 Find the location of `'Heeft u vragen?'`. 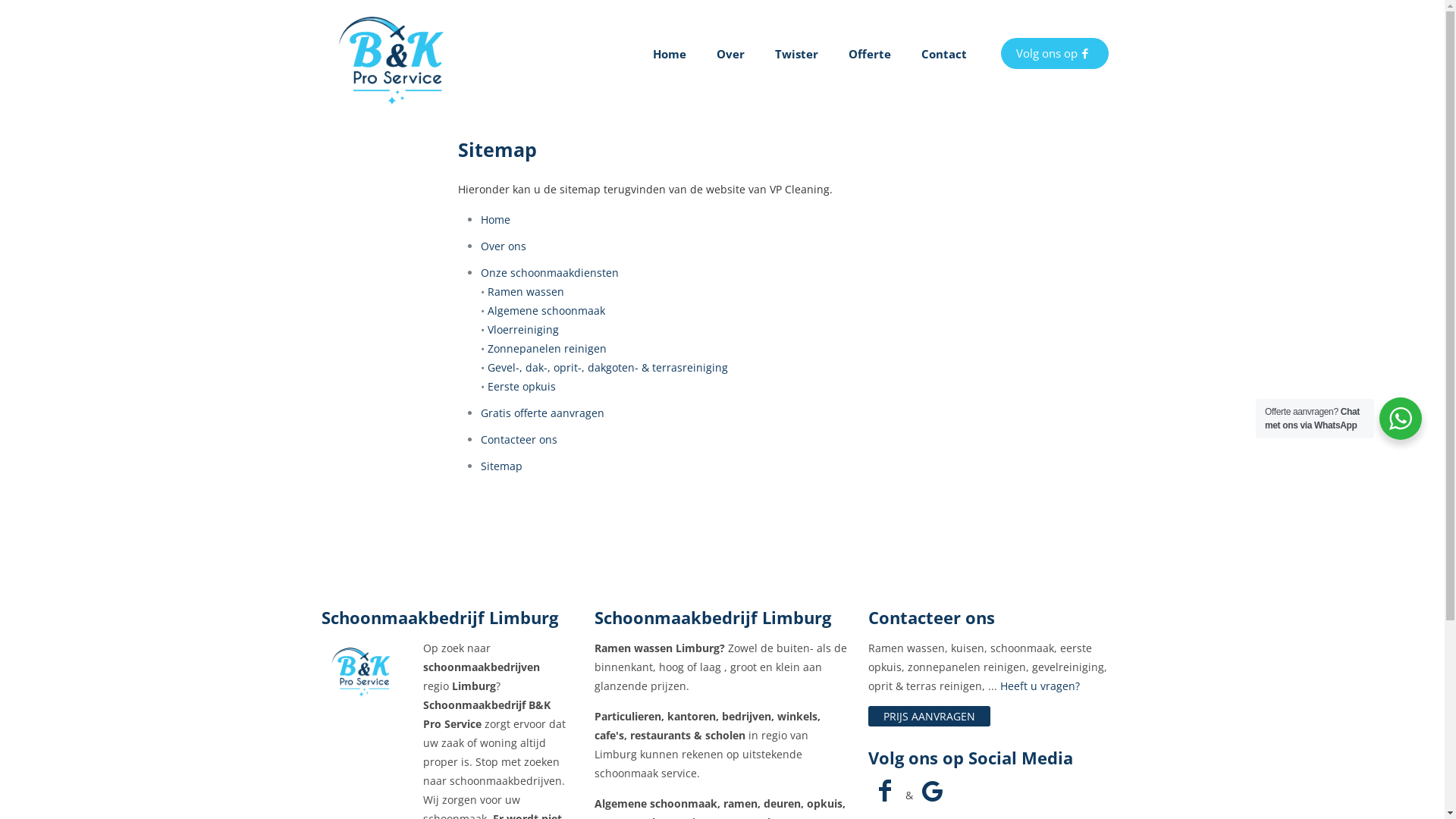

'Heeft u vragen?' is located at coordinates (1039, 686).